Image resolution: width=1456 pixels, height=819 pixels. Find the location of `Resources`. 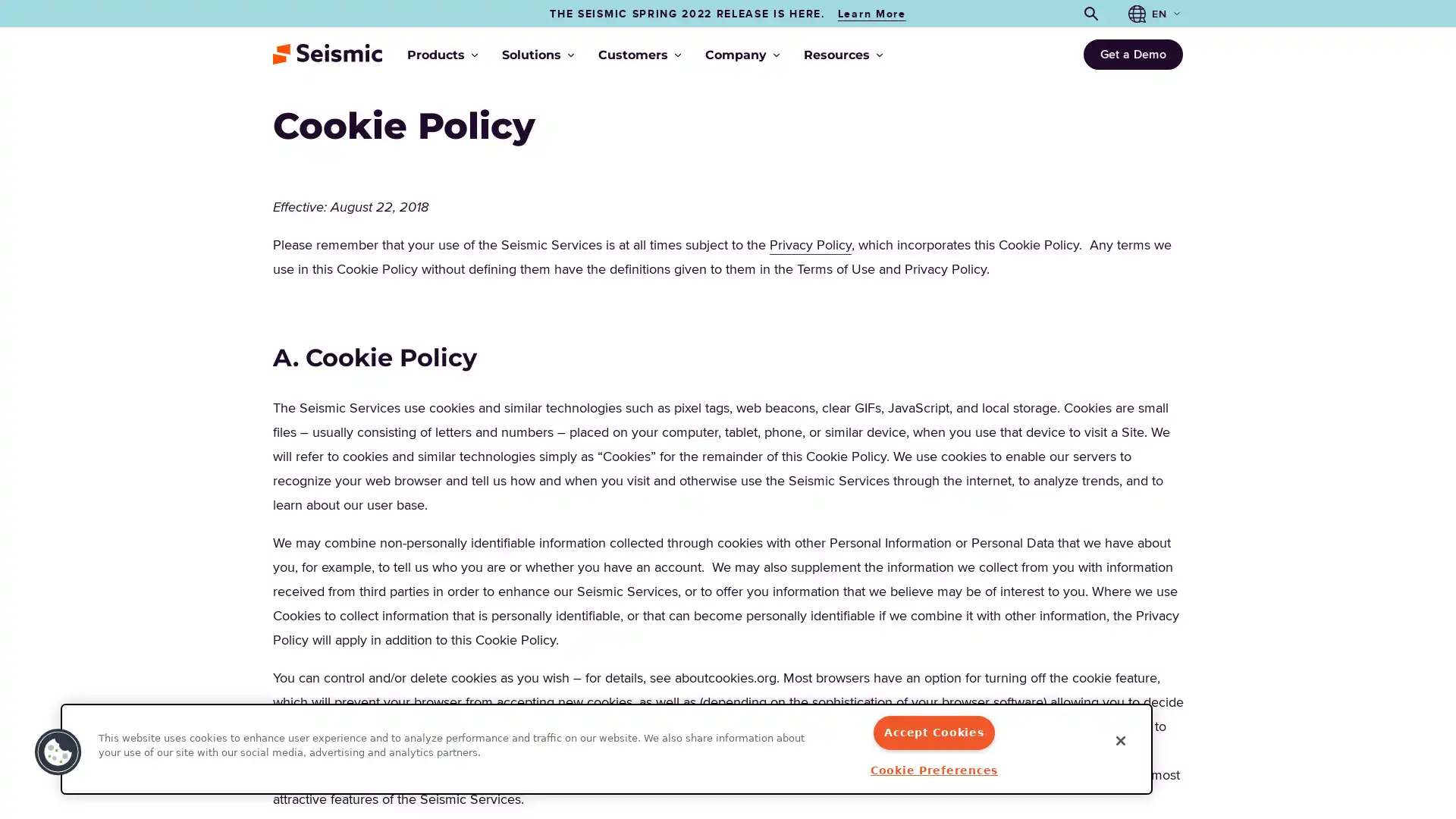

Resources is located at coordinates (843, 57).